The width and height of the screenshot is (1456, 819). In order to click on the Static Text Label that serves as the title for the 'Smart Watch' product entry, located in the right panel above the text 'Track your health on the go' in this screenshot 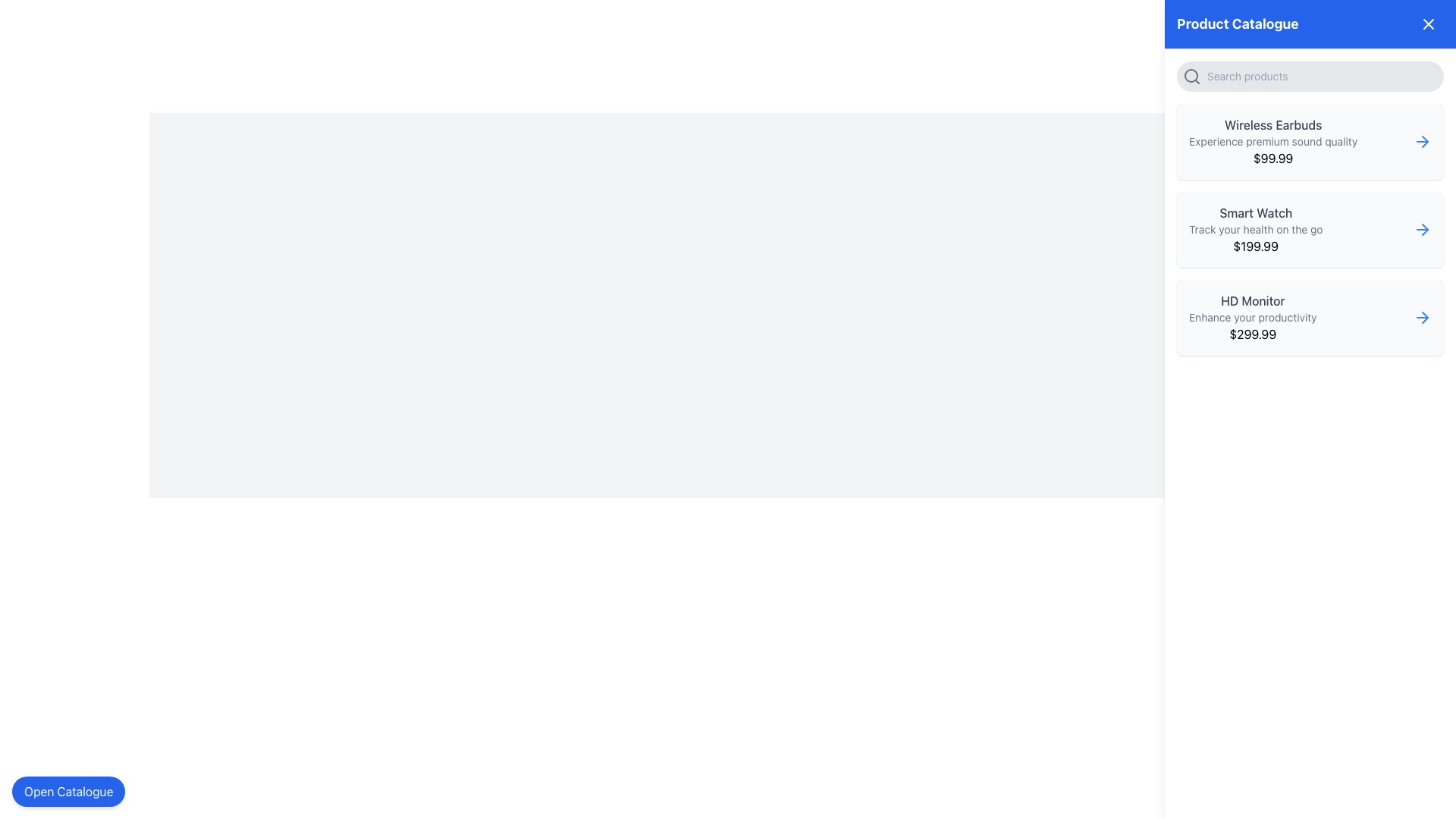, I will do `click(1256, 213)`.